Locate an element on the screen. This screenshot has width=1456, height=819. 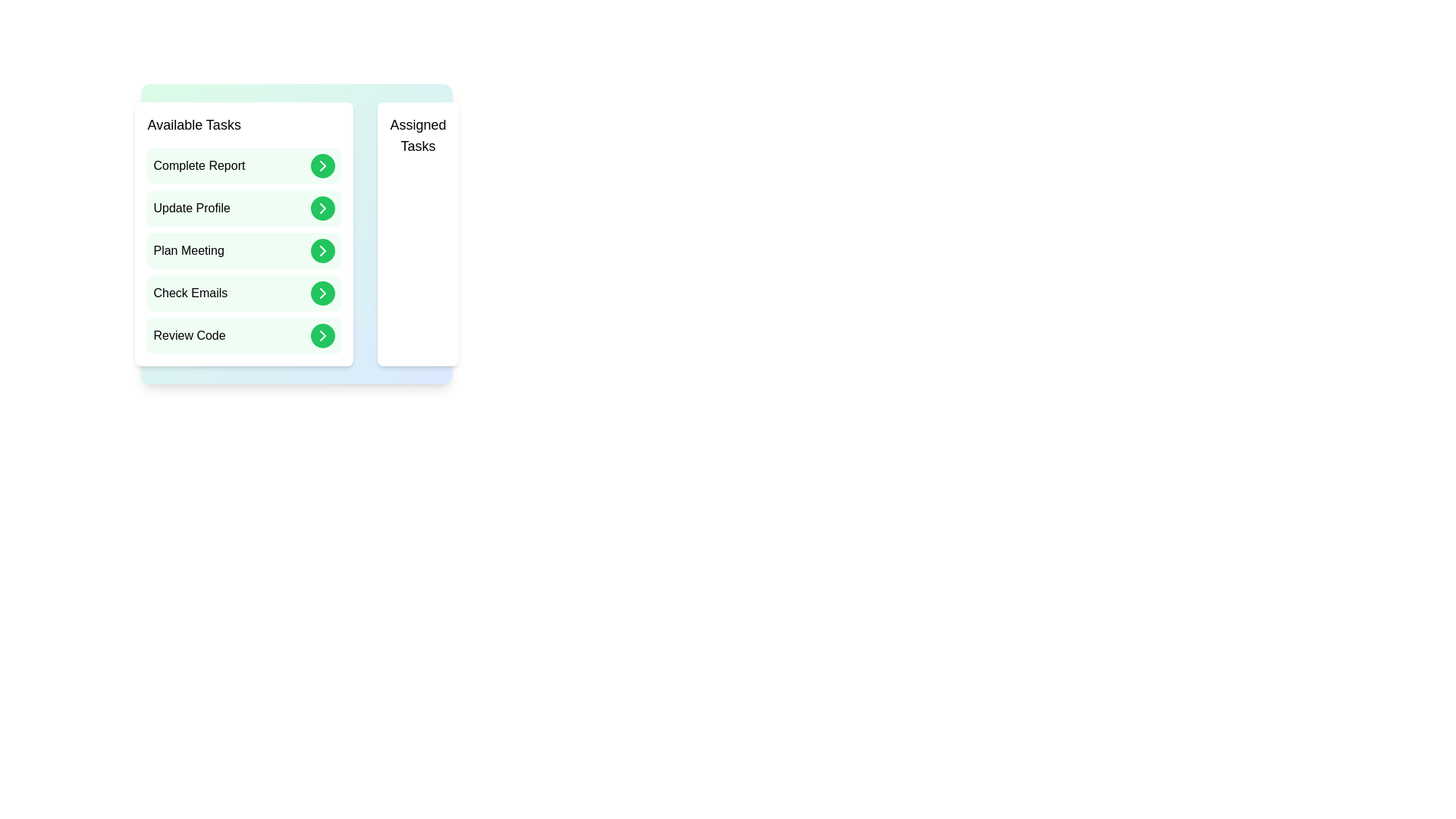
the button corresponding to Complete Report is located at coordinates (322, 166).